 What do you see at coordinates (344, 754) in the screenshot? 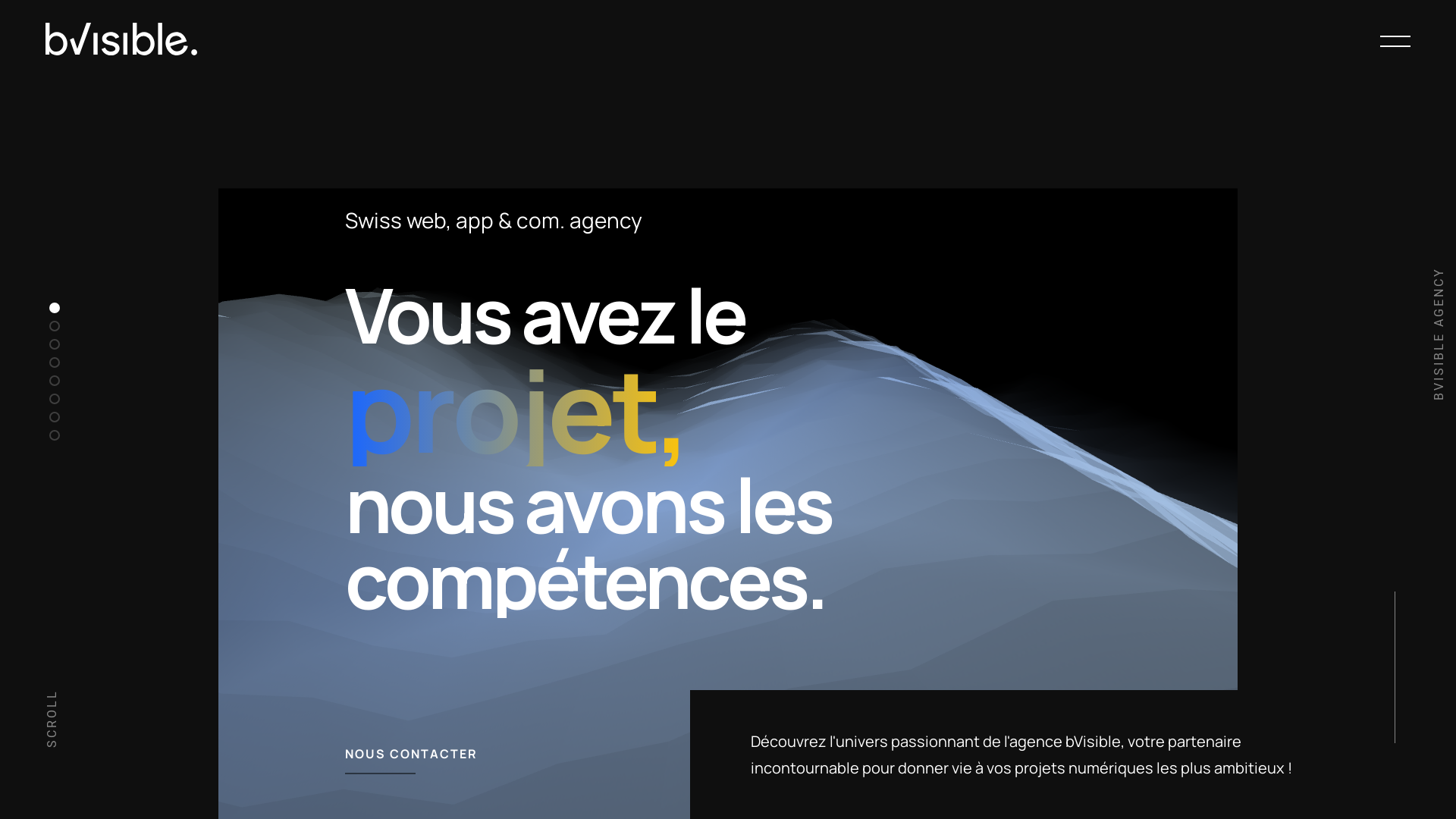
I see `'NOUS CONTACTER'` at bounding box center [344, 754].